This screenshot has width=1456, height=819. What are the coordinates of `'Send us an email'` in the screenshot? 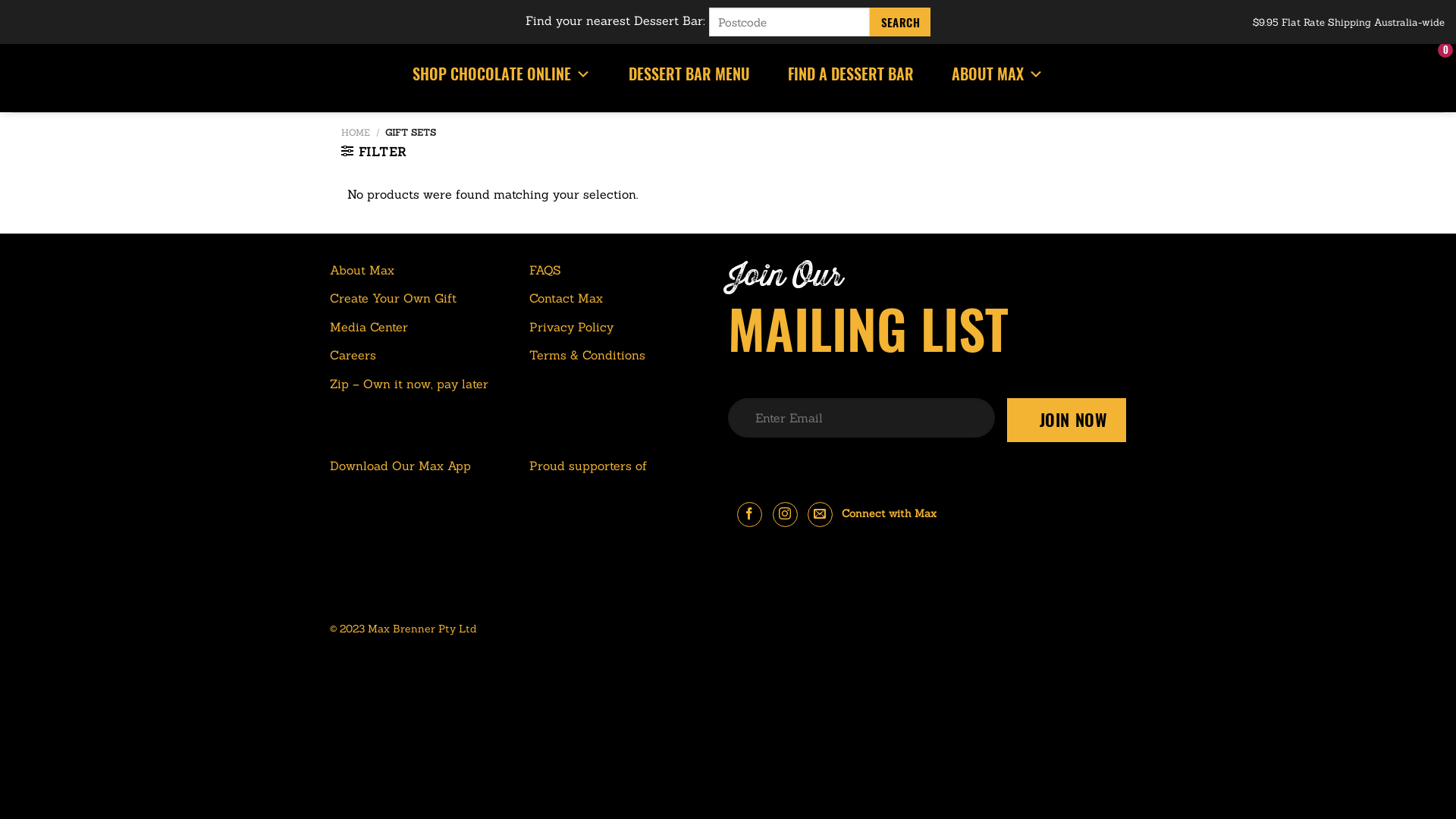 It's located at (807, 513).